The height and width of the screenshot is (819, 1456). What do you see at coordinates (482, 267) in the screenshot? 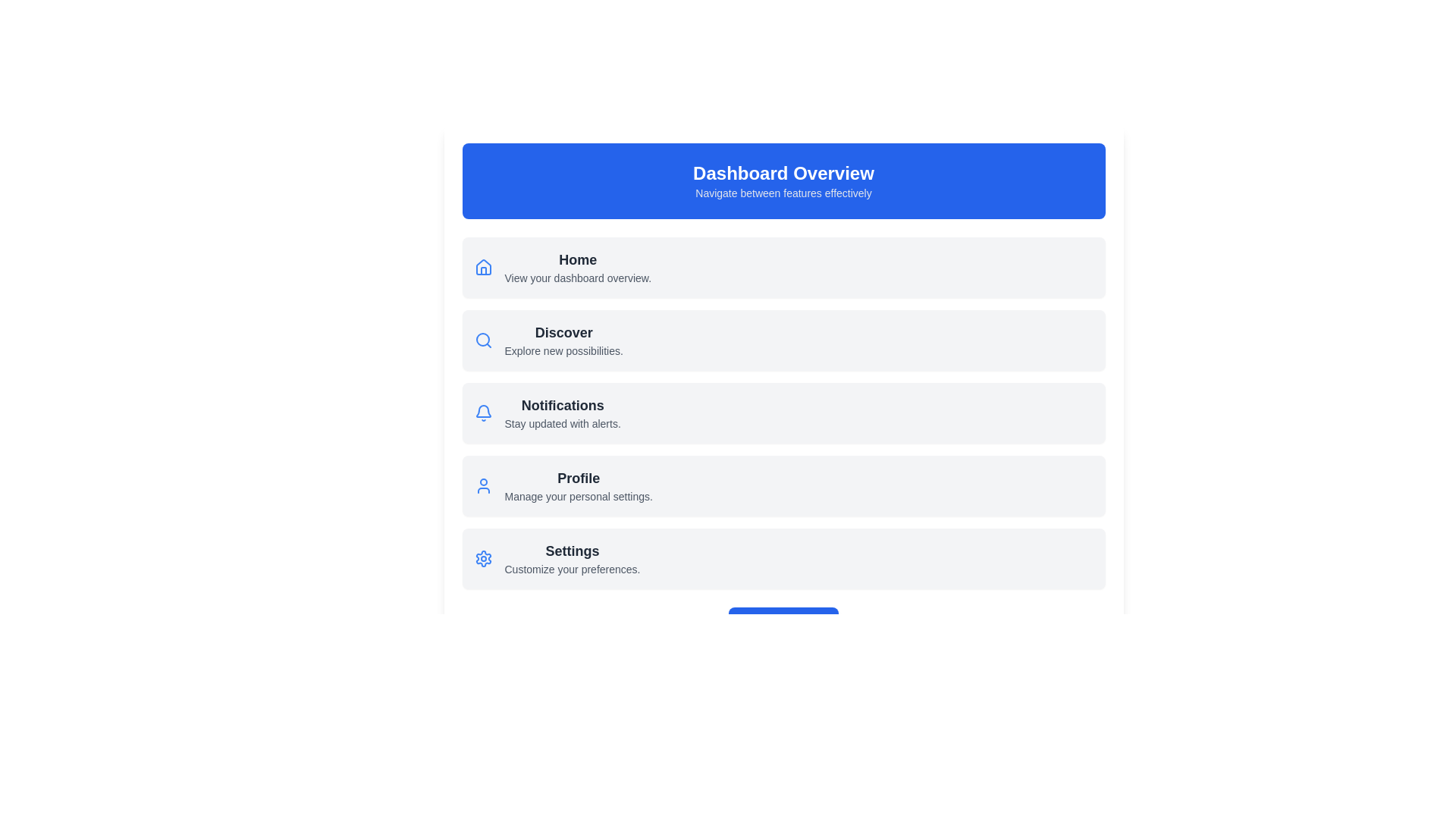
I see `the small blue house icon located at the far left of the section, directly left of the label 'Home'` at bounding box center [482, 267].